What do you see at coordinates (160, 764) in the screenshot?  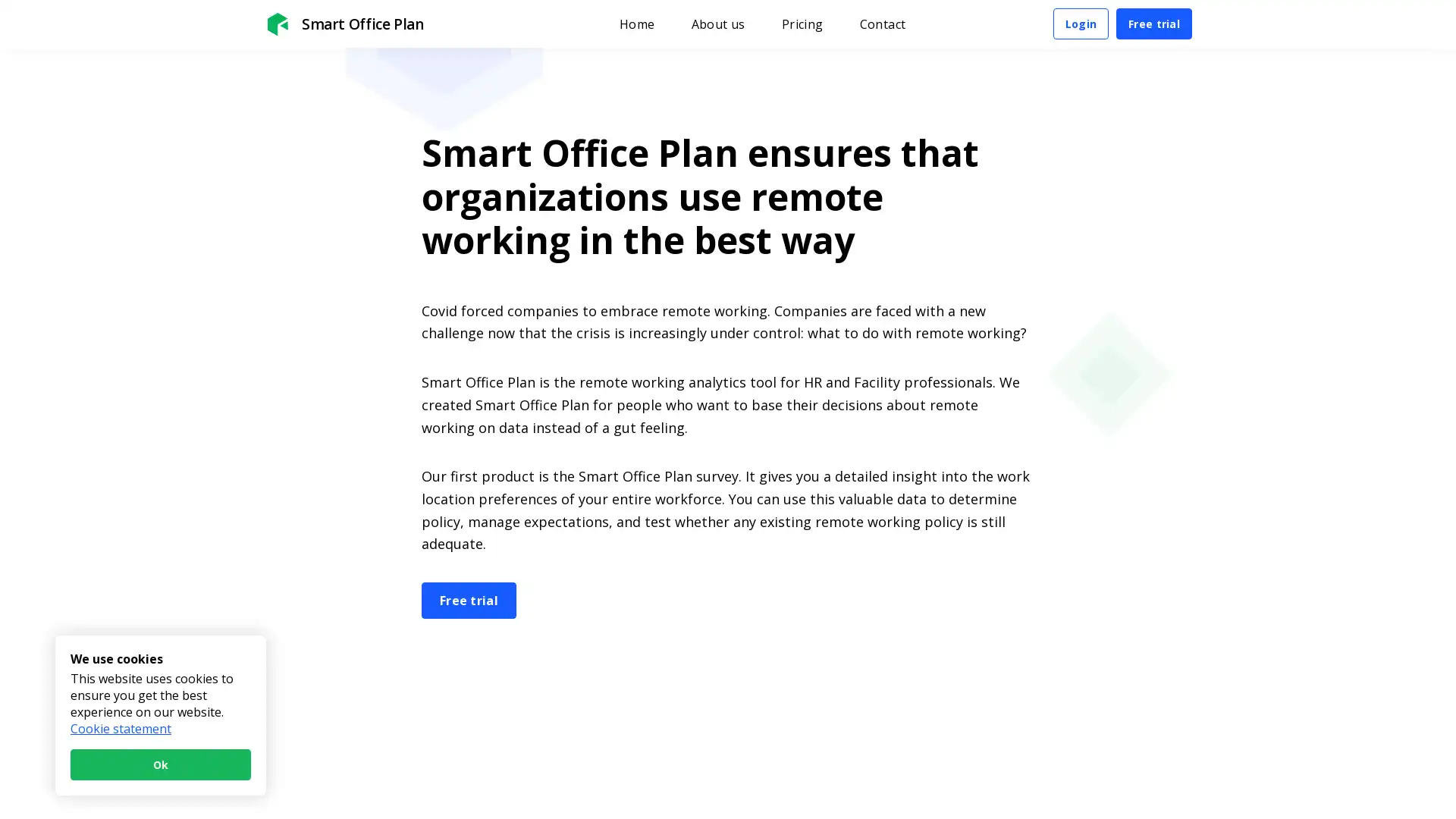 I see `Ok` at bounding box center [160, 764].